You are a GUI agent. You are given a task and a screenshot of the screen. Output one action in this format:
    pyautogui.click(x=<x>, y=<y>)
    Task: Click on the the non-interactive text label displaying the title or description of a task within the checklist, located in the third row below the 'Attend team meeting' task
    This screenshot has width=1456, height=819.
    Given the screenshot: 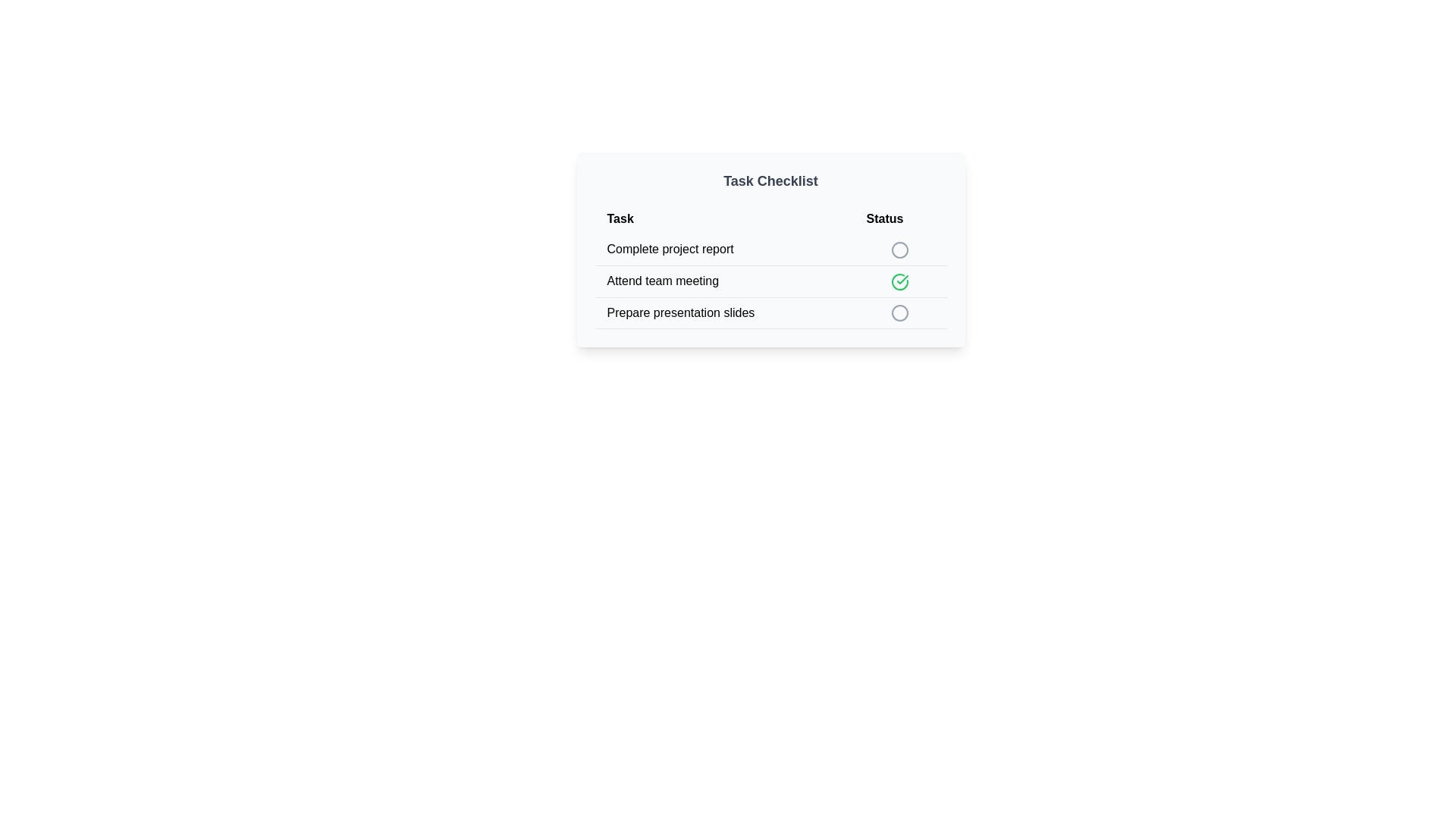 What is the action you would take?
    pyautogui.click(x=723, y=312)
    